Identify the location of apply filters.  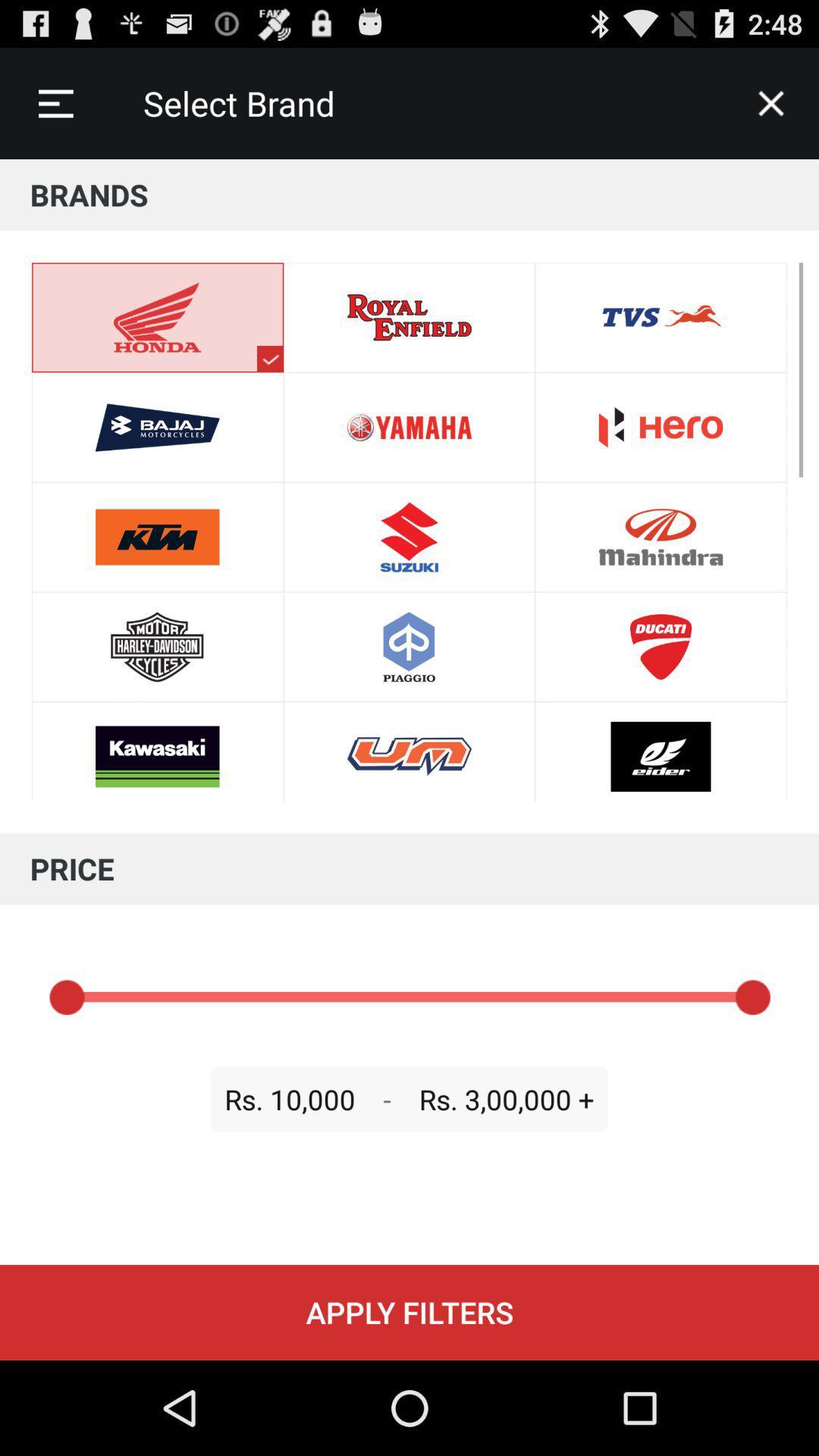
(409, 1312).